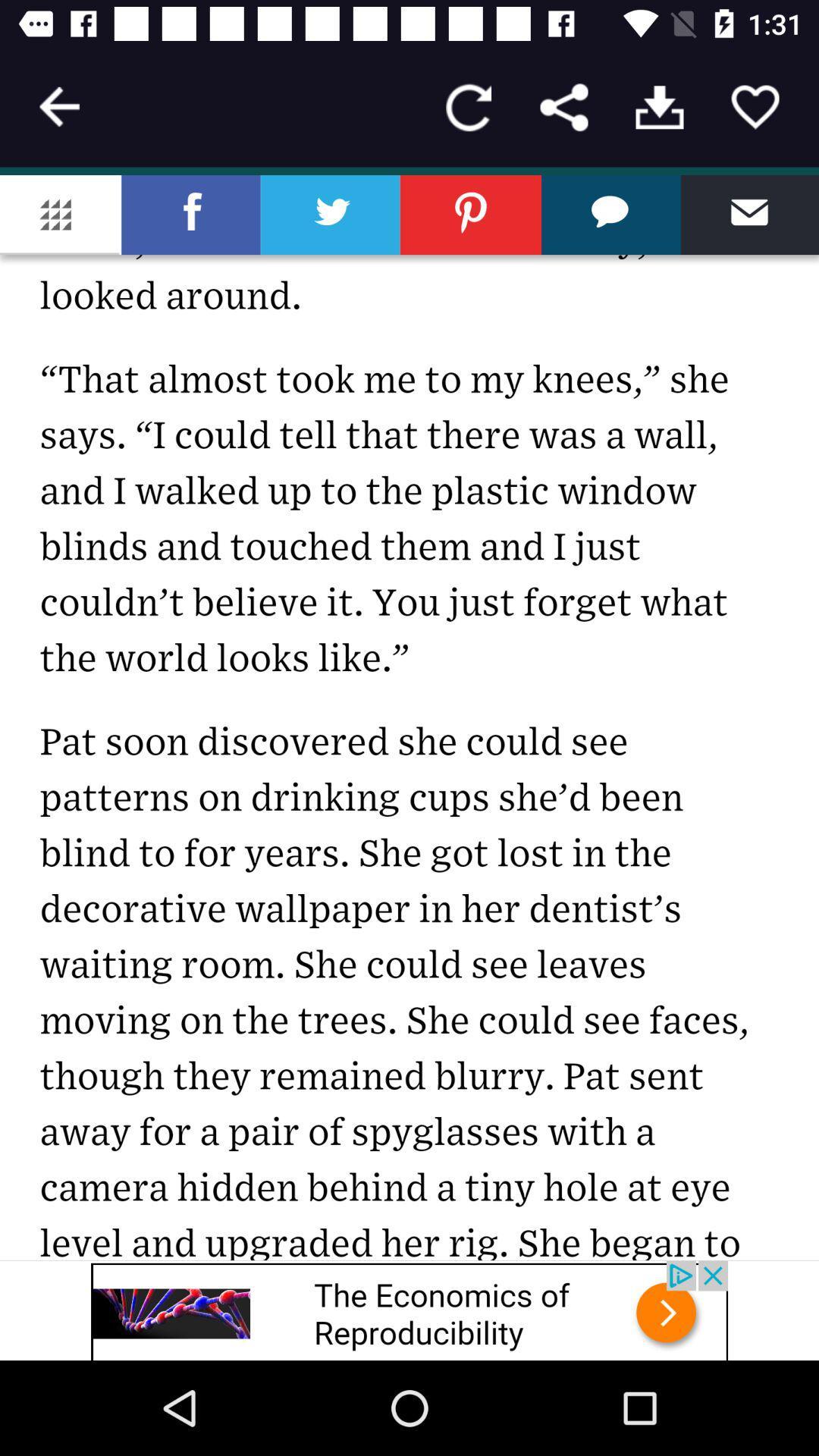  What do you see at coordinates (467, 106) in the screenshot?
I see `replay button` at bounding box center [467, 106].